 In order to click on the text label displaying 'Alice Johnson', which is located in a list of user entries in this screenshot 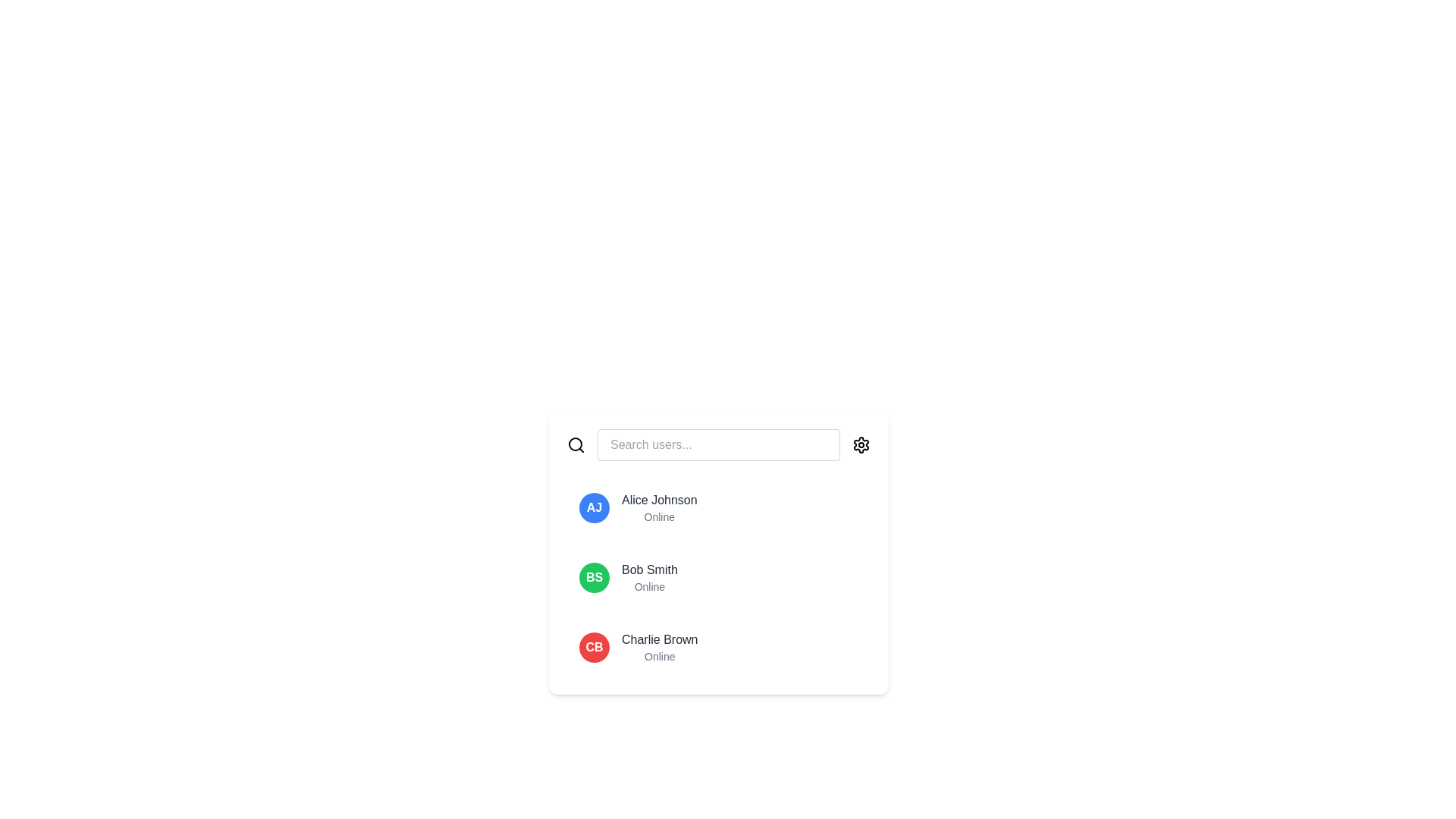, I will do `click(659, 500)`.